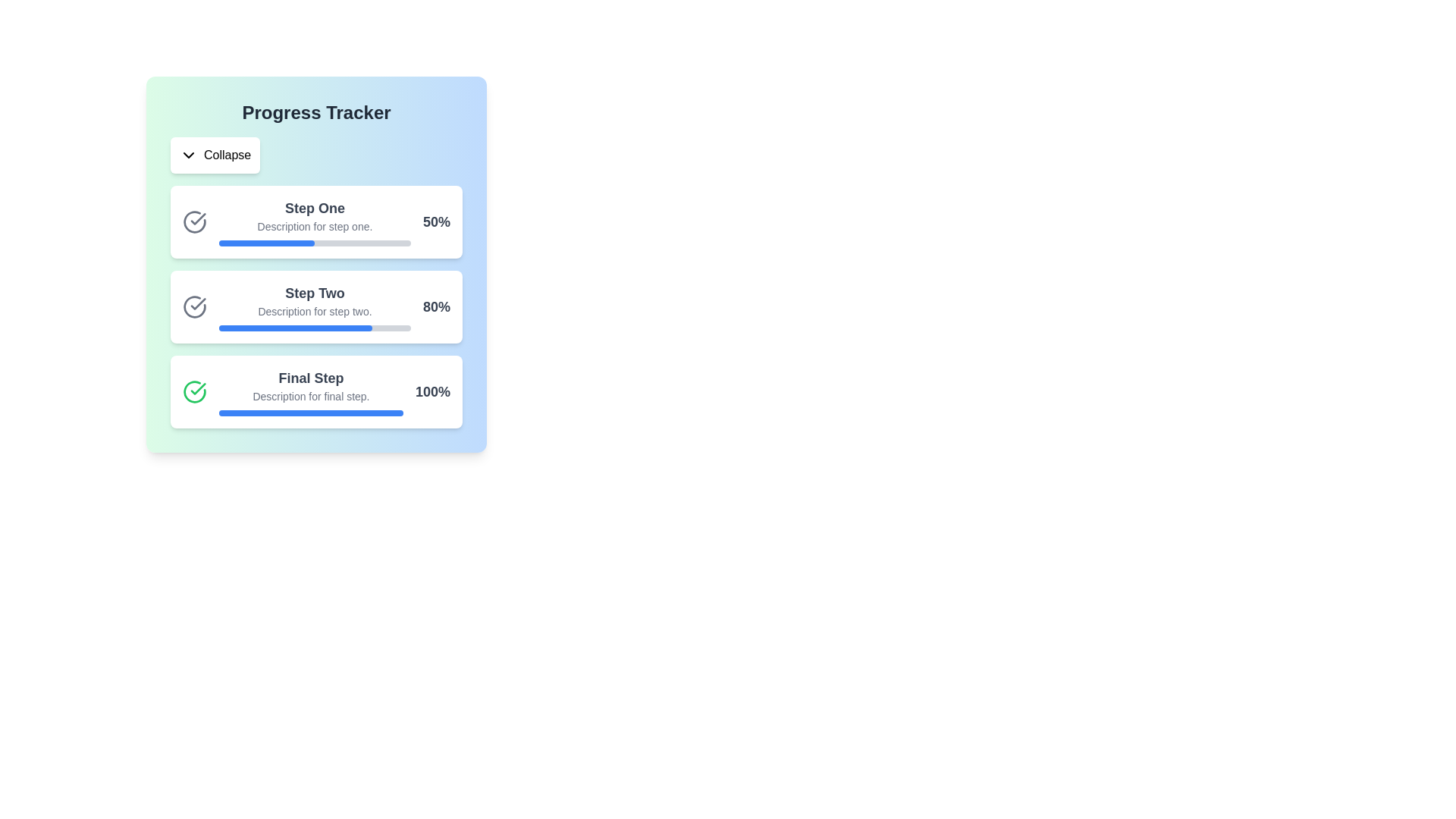  I want to click on the text label element displaying 'Description for final step' in gray font, located below the 'Final Step' title in the progress tracker interface, so click(310, 396).